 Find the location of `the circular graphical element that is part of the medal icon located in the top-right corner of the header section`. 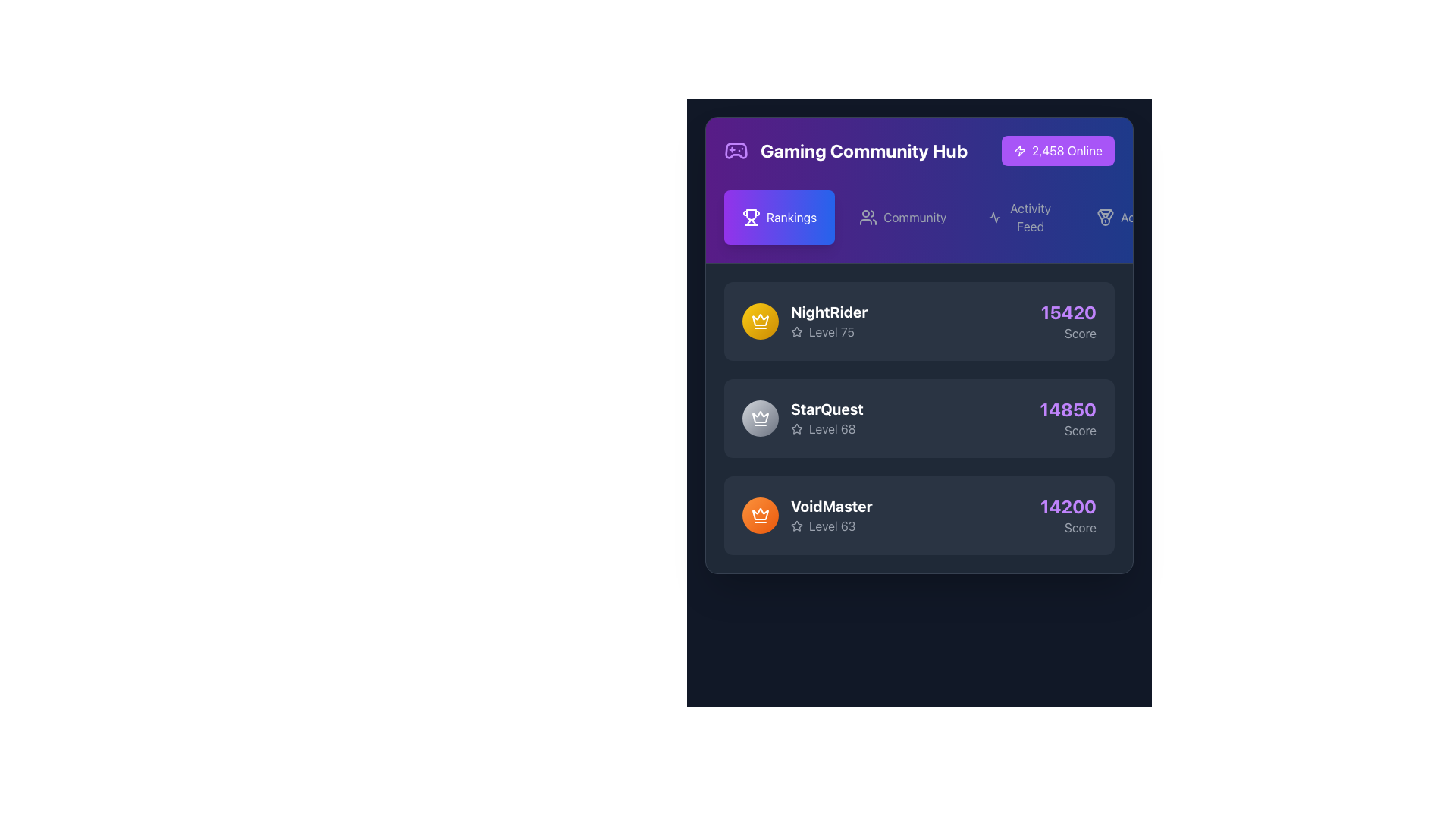

the circular graphical element that is part of the medal icon located in the top-right corner of the header section is located at coordinates (1106, 221).